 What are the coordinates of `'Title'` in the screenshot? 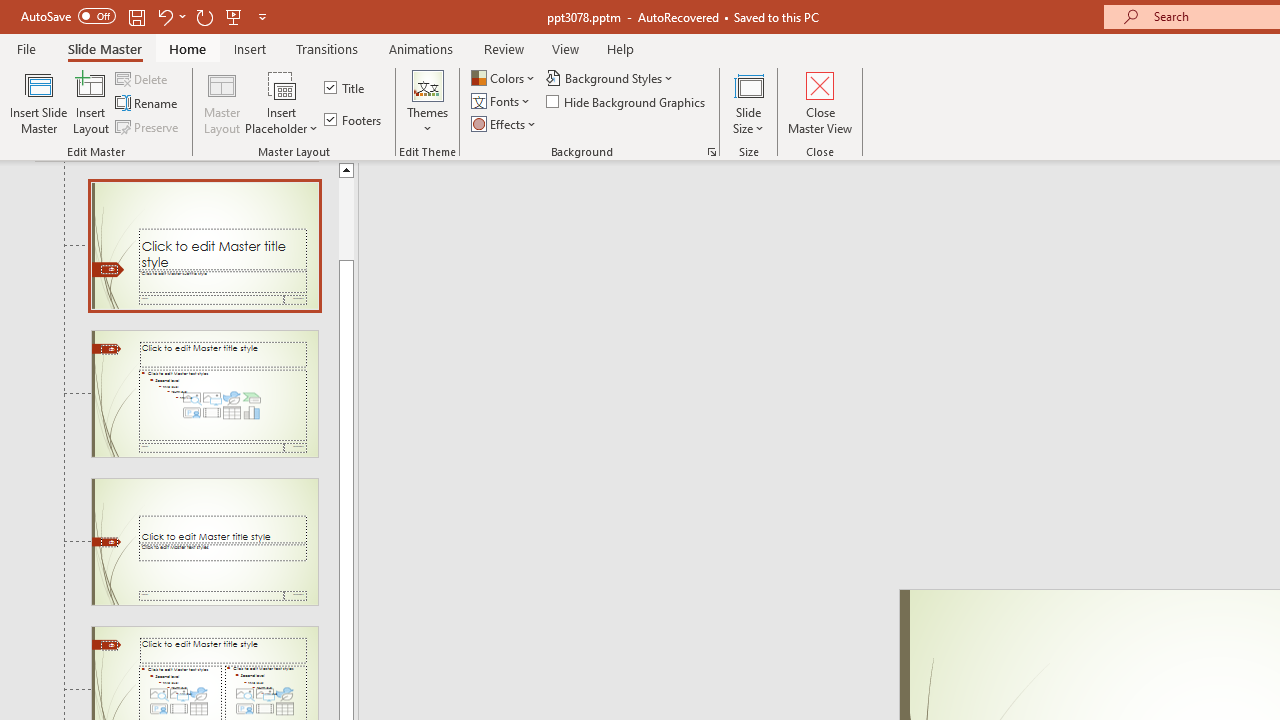 It's located at (346, 86).